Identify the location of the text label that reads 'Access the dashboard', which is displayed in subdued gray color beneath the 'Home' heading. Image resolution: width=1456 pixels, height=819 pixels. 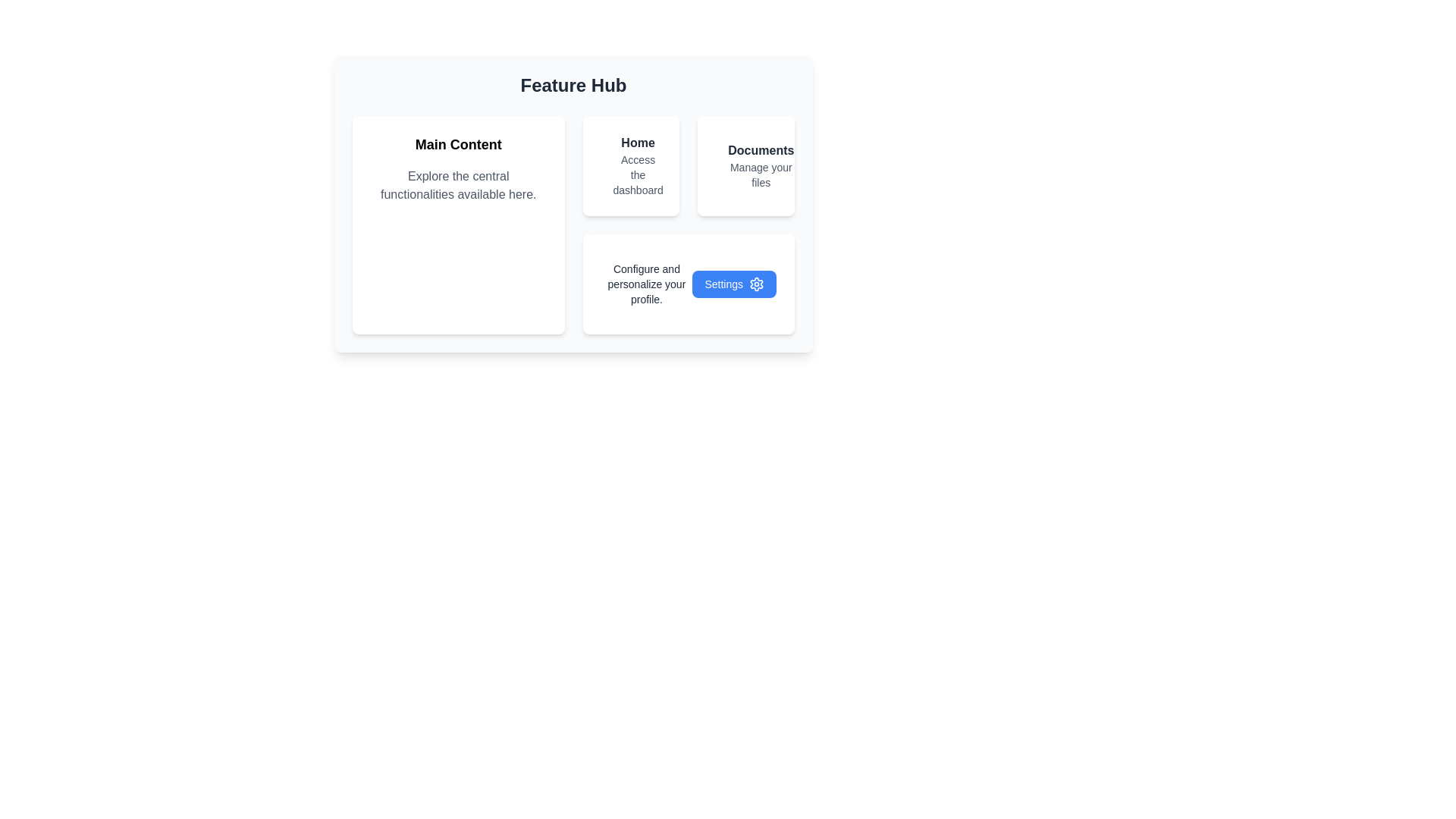
(638, 174).